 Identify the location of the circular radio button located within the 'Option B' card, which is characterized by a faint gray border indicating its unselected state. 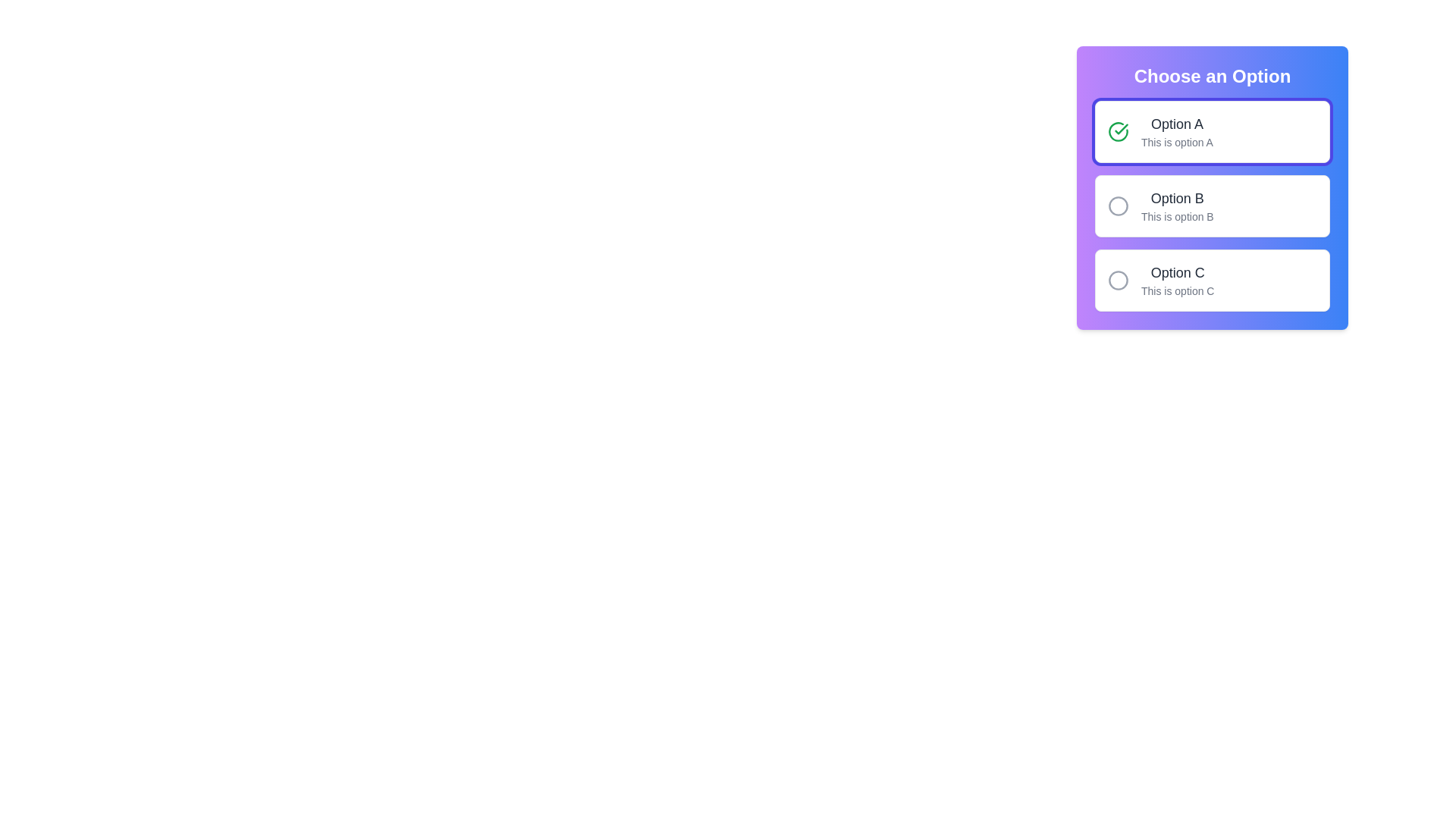
(1118, 206).